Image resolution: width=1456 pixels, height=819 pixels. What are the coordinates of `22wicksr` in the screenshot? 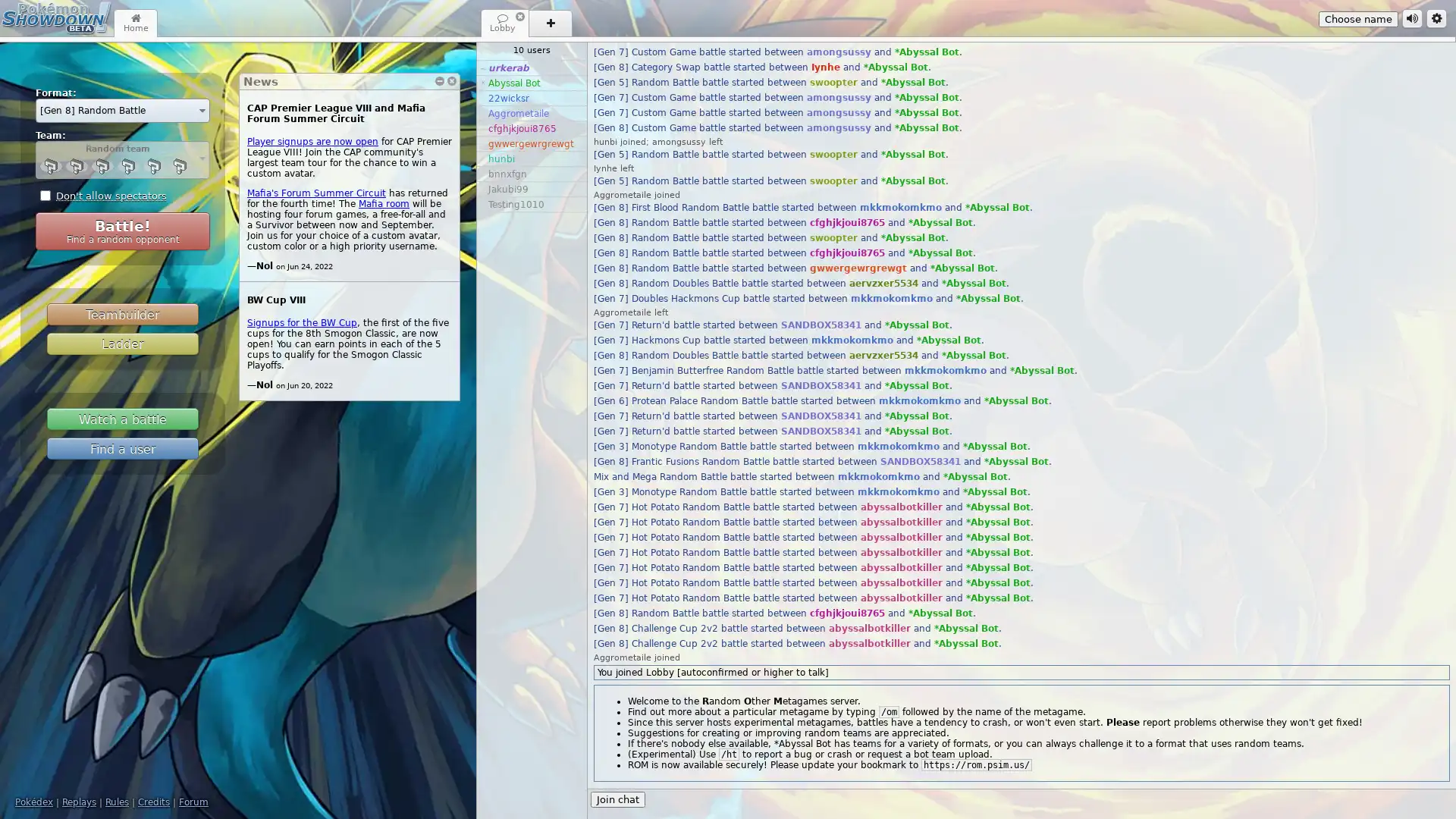 It's located at (532, 98).